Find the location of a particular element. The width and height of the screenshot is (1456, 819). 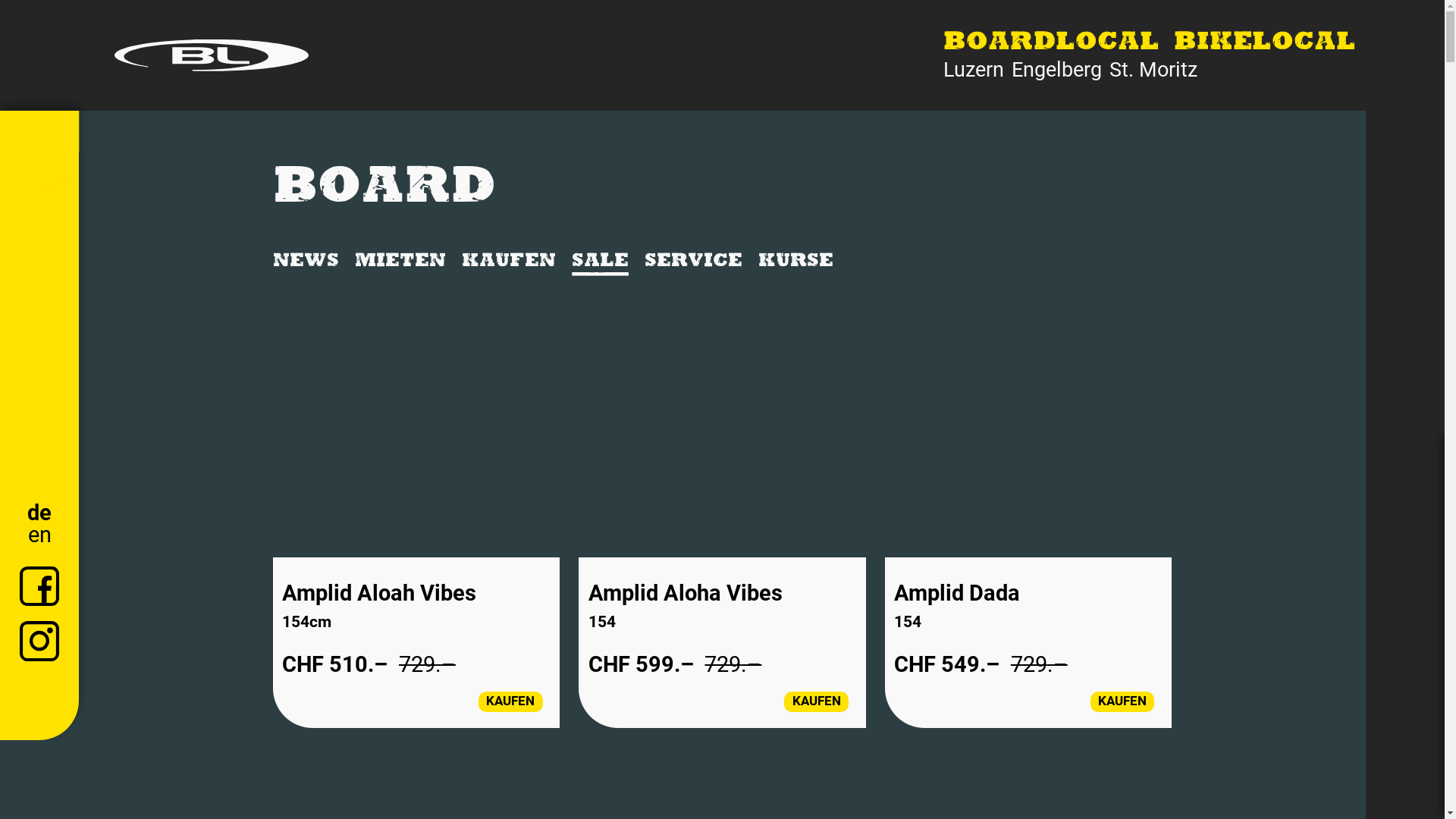

'de' is located at coordinates (39, 512).